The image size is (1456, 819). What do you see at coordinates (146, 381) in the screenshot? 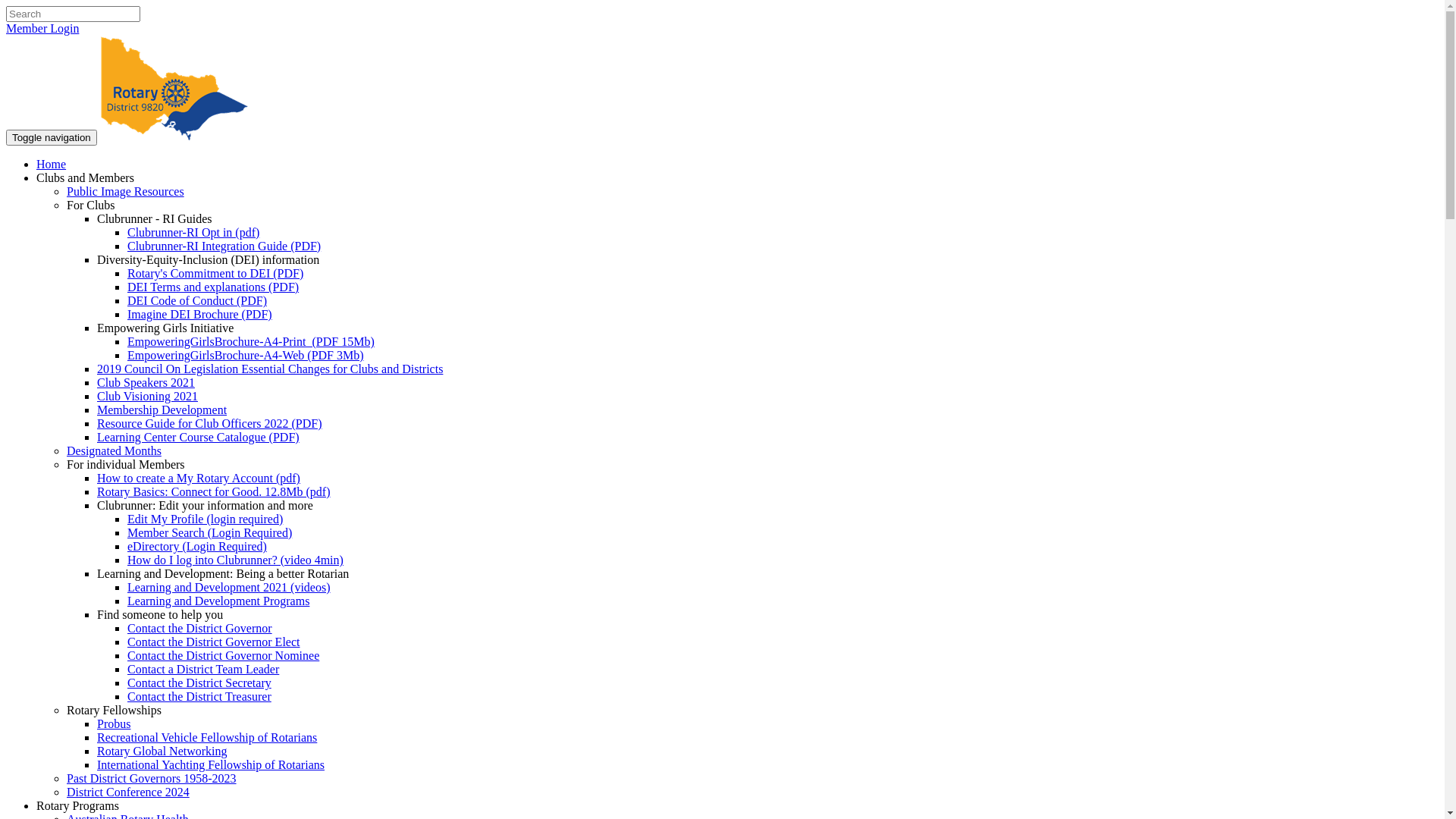
I see `'Club Speakers 2021'` at bounding box center [146, 381].